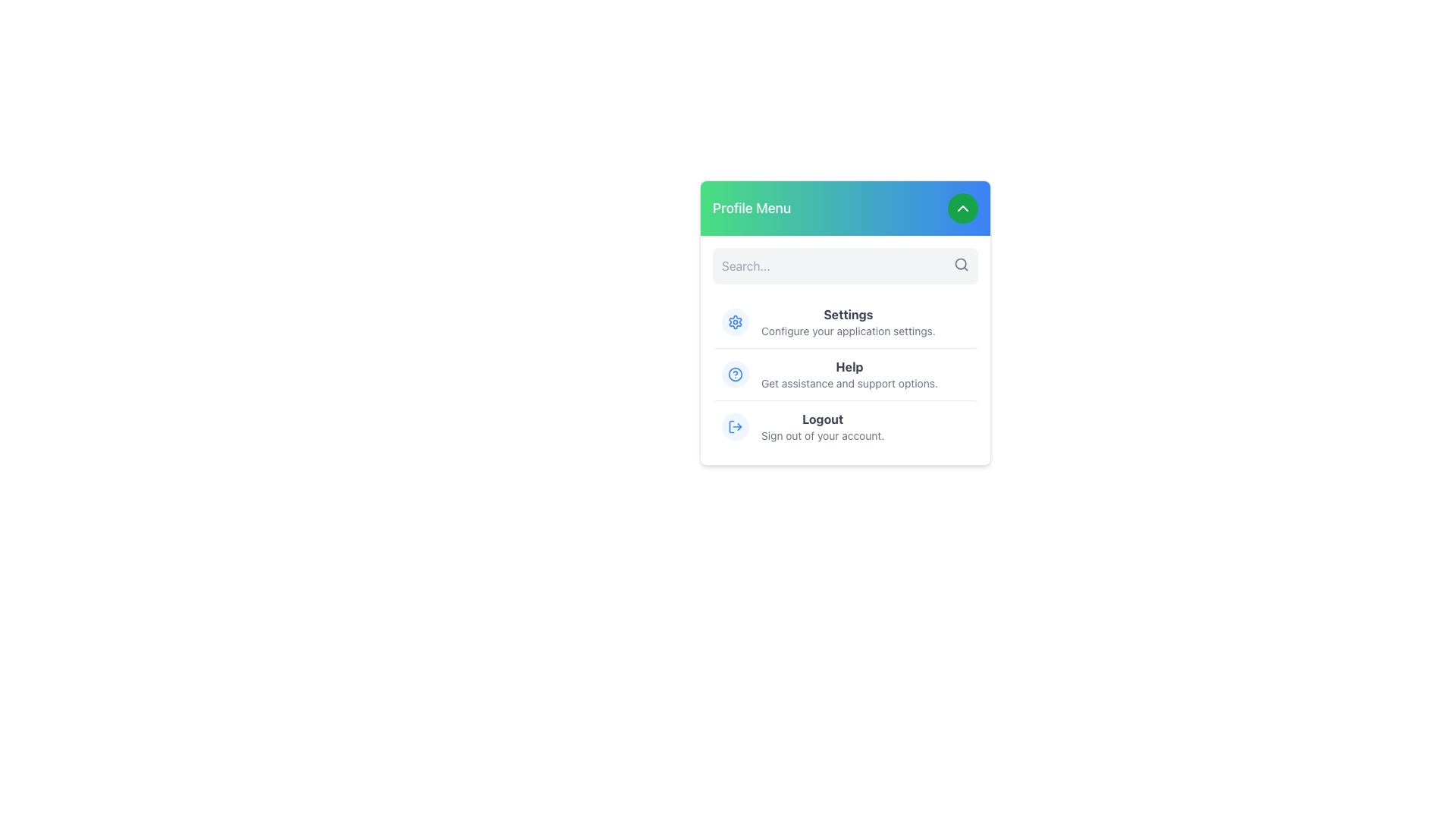 This screenshot has height=819, width=1456. What do you see at coordinates (752, 208) in the screenshot?
I see `the 'Profile Menu' text label which is styled with a larger font size and bold weight, located in the green-to-blue gradient header area near the left side, adjacent to a circular button with a chevron icon` at bounding box center [752, 208].